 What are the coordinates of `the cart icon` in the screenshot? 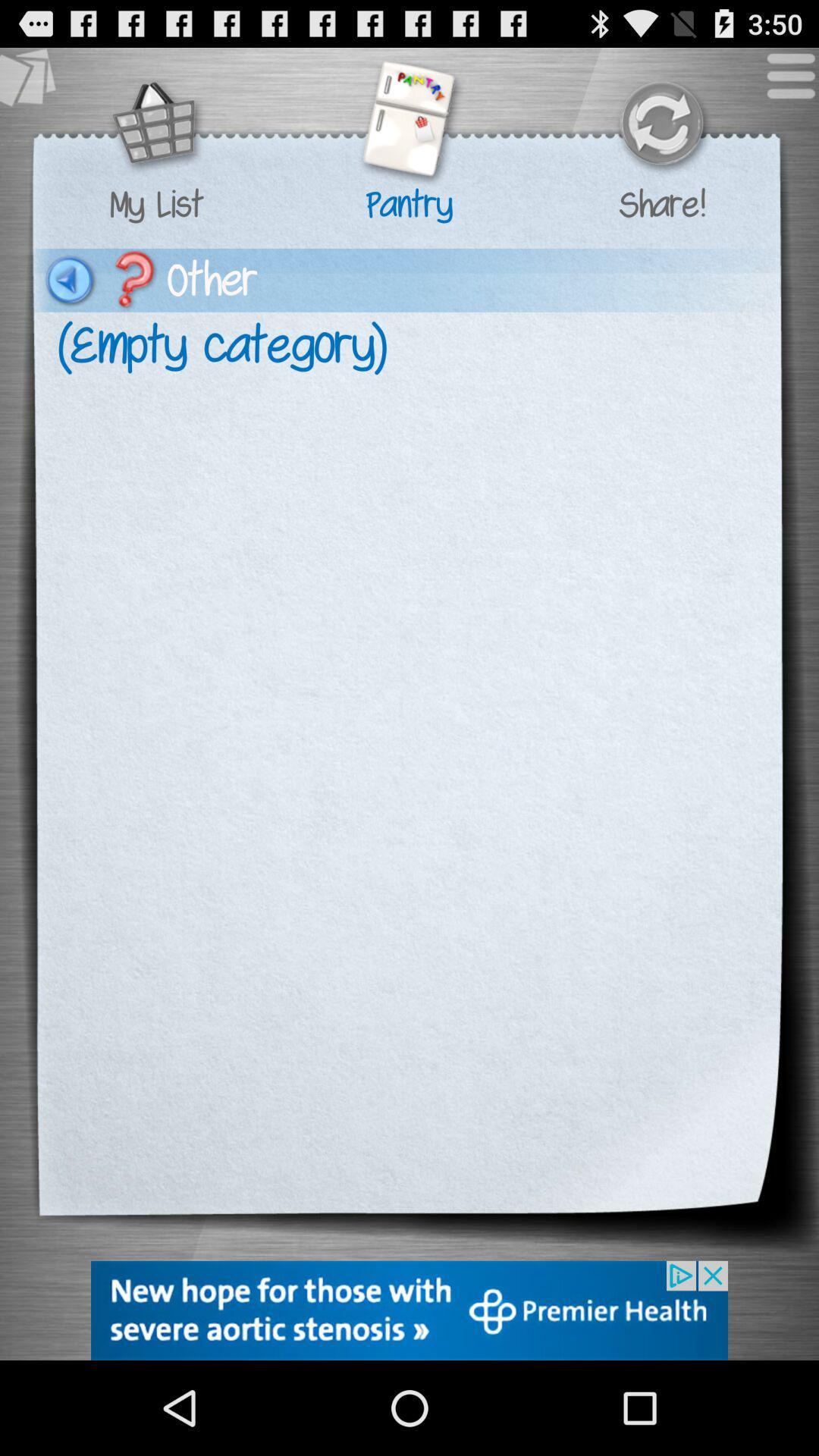 It's located at (156, 134).